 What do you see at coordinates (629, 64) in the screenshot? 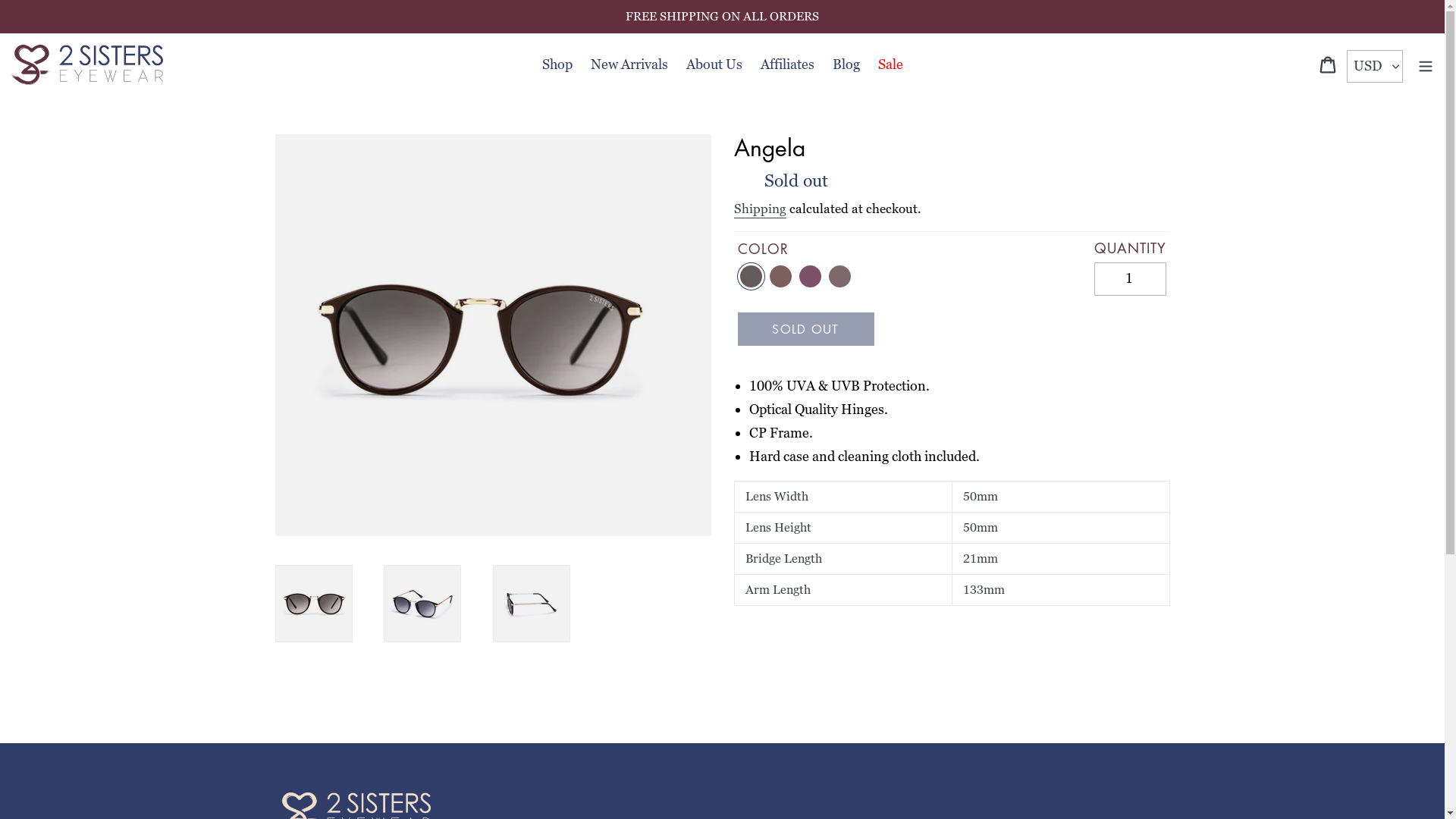
I see `'New Arrivals'` at bounding box center [629, 64].